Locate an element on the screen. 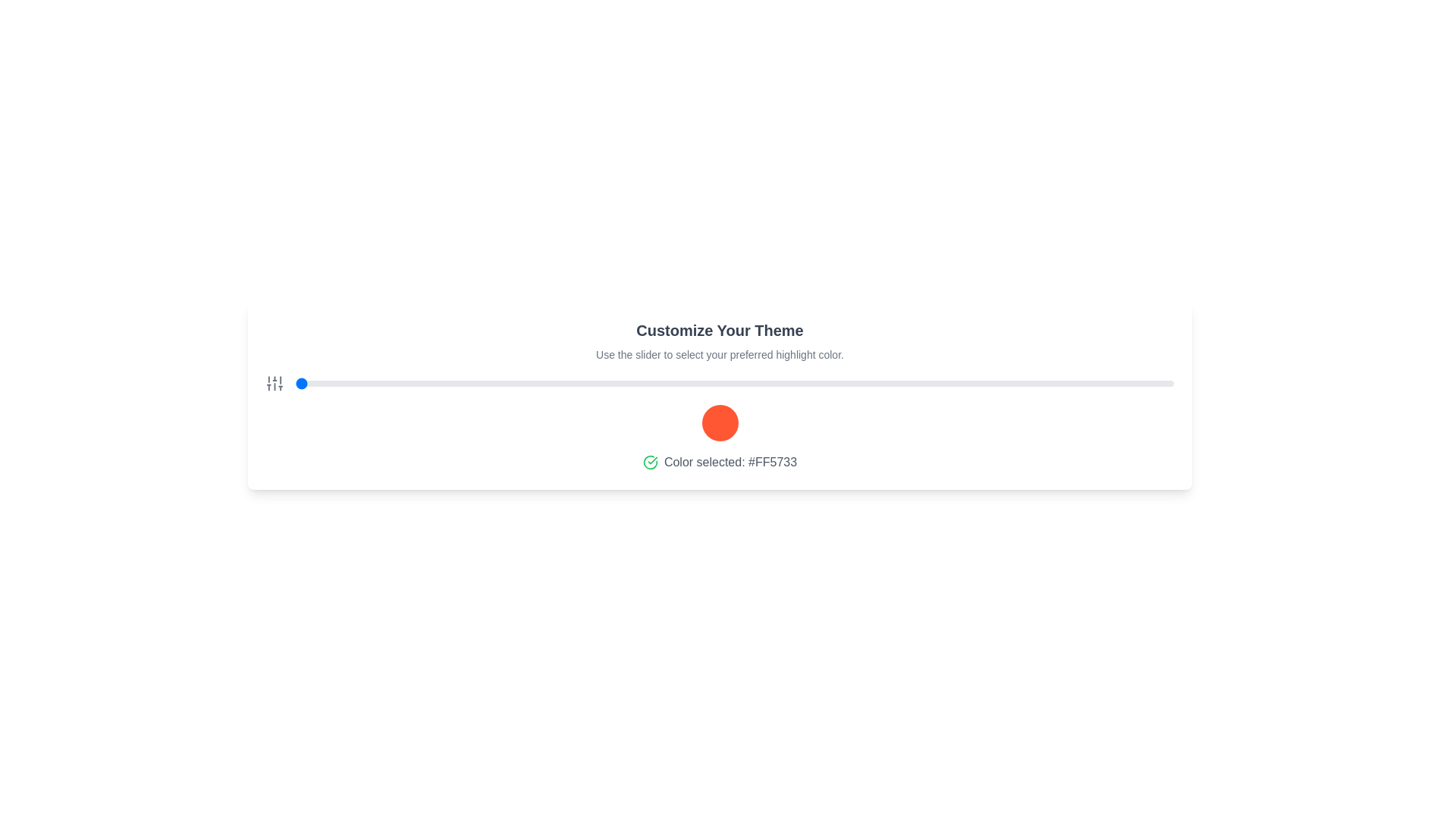 This screenshot has width=1456, height=819. the slider is located at coordinates (766, 382).